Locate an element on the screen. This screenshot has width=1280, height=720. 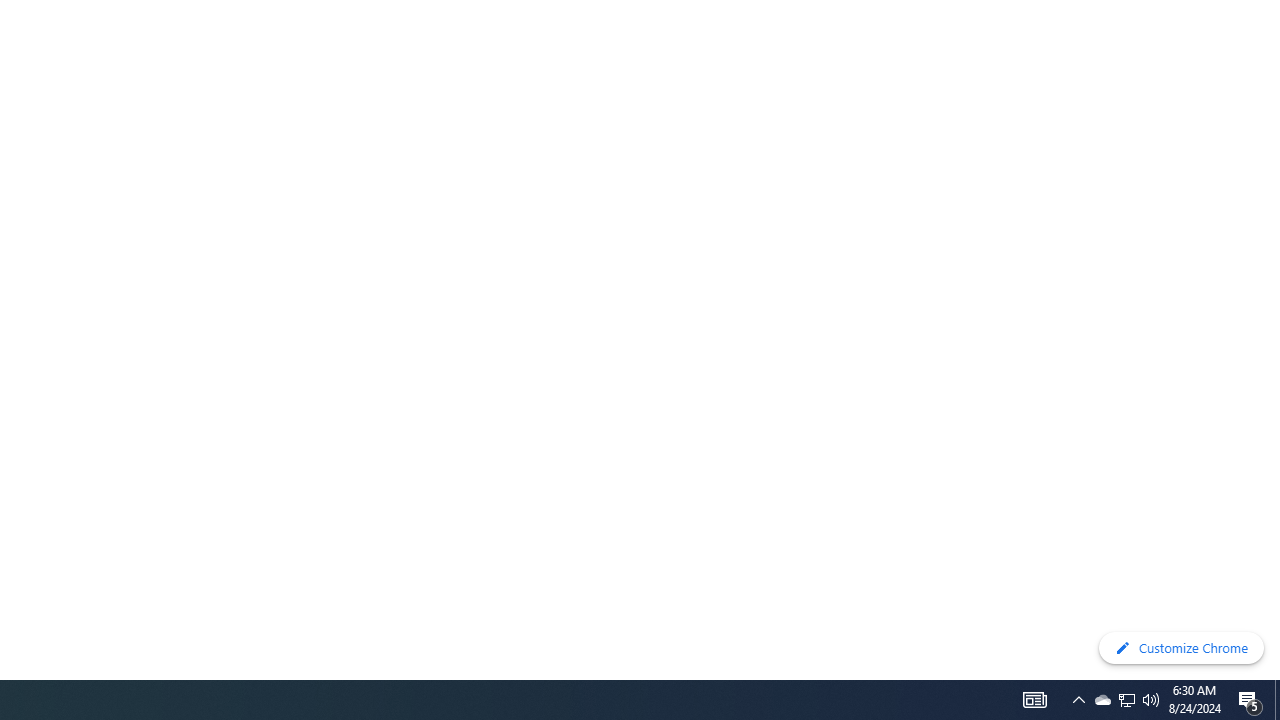
'Customize Chrome' is located at coordinates (1181, 648).